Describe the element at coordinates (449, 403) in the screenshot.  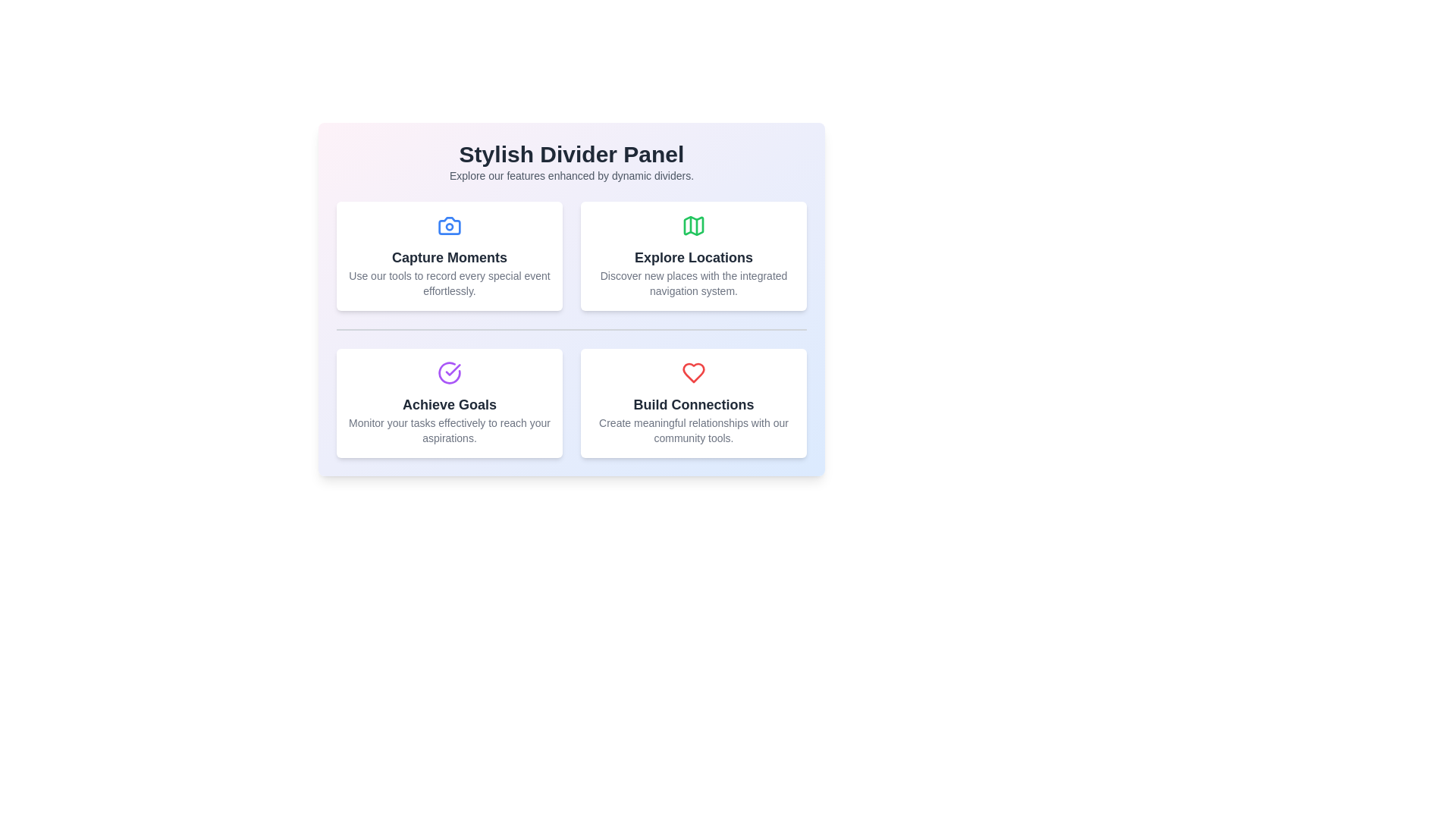
I see `the Informational Panel titled 'Achieve Goals', which features a purple checkmark icon, a bold title, and descriptive text, located in the second row and first column of the grid layout` at that location.